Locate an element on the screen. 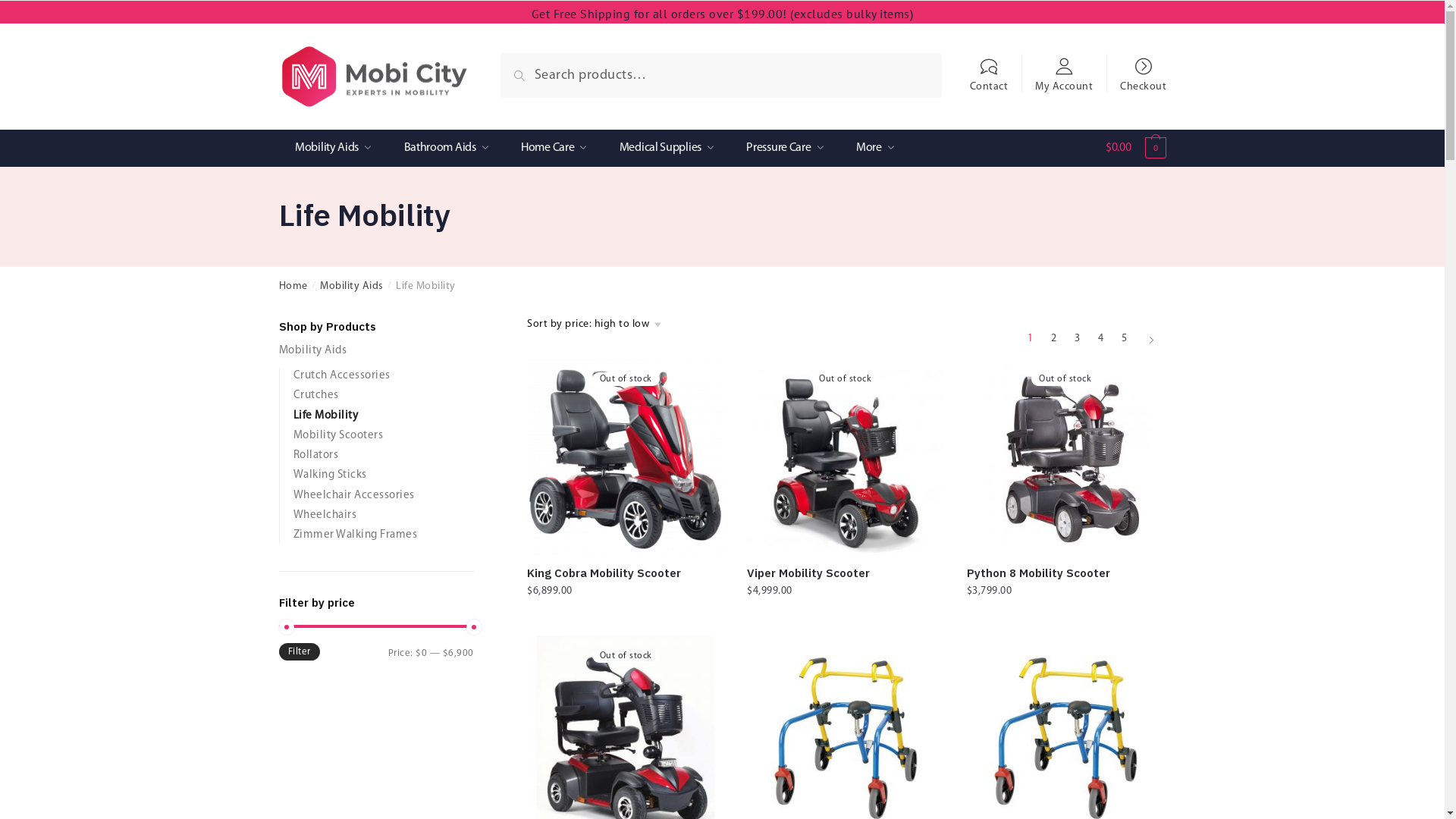 This screenshot has width=1456, height=819. '2' is located at coordinates (1052, 338).